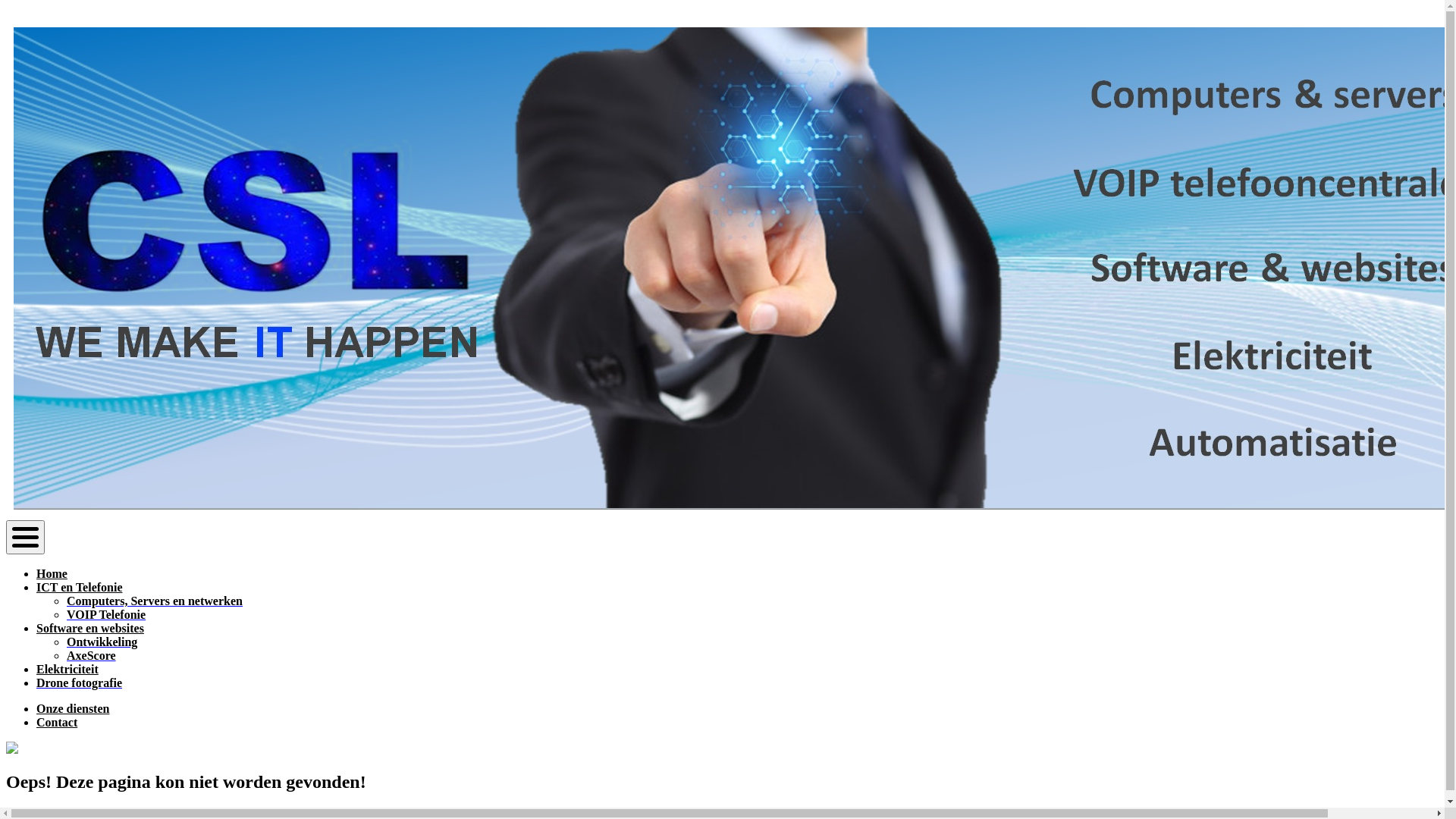 The image size is (1456, 819). What do you see at coordinates (67, 668) in the screenshot?
I see `'Elektriciteit'` at bounding box center [67, 668].